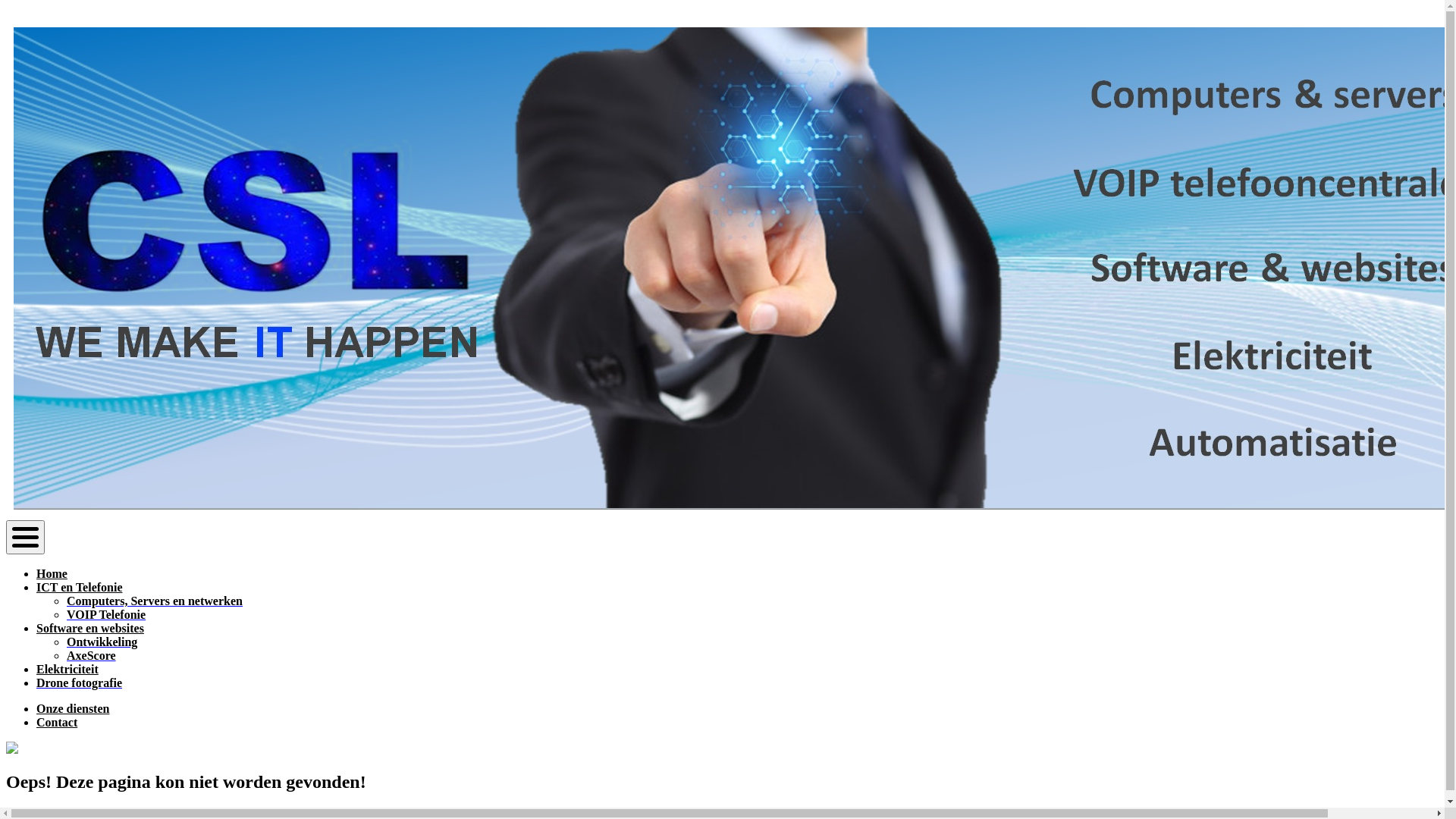 The image size is (1456, 819). What do you see at coordinates (67, 668) in the screenshot?
I see `'Elektriciteit'` at bounding box center [67, 668].